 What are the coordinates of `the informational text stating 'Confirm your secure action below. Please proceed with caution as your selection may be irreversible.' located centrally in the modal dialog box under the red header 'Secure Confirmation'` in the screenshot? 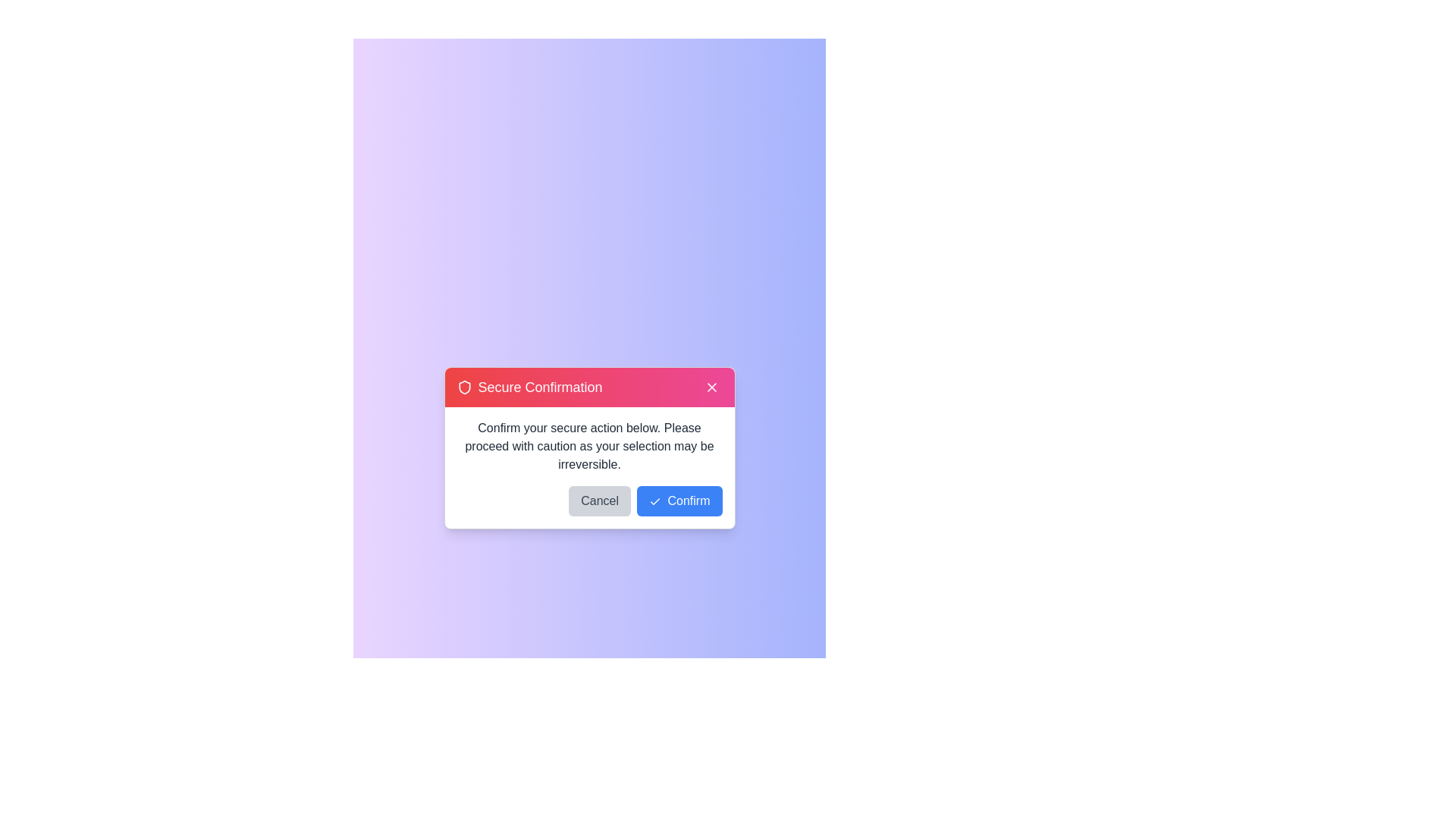 It's located at (588, 446).